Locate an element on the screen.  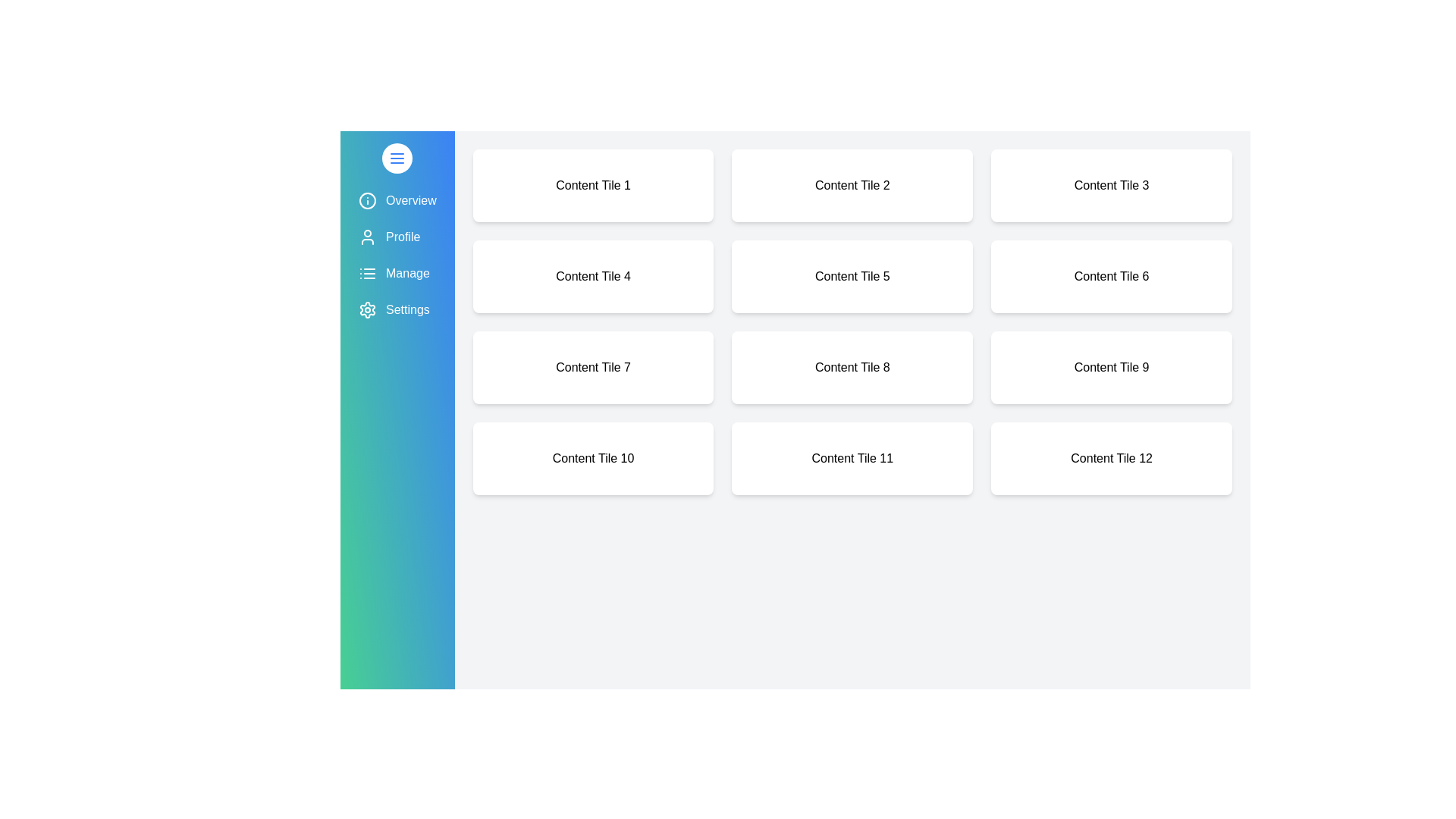
the toggle button to toggle the drawer open or closed is located at coordinates (397, 158).